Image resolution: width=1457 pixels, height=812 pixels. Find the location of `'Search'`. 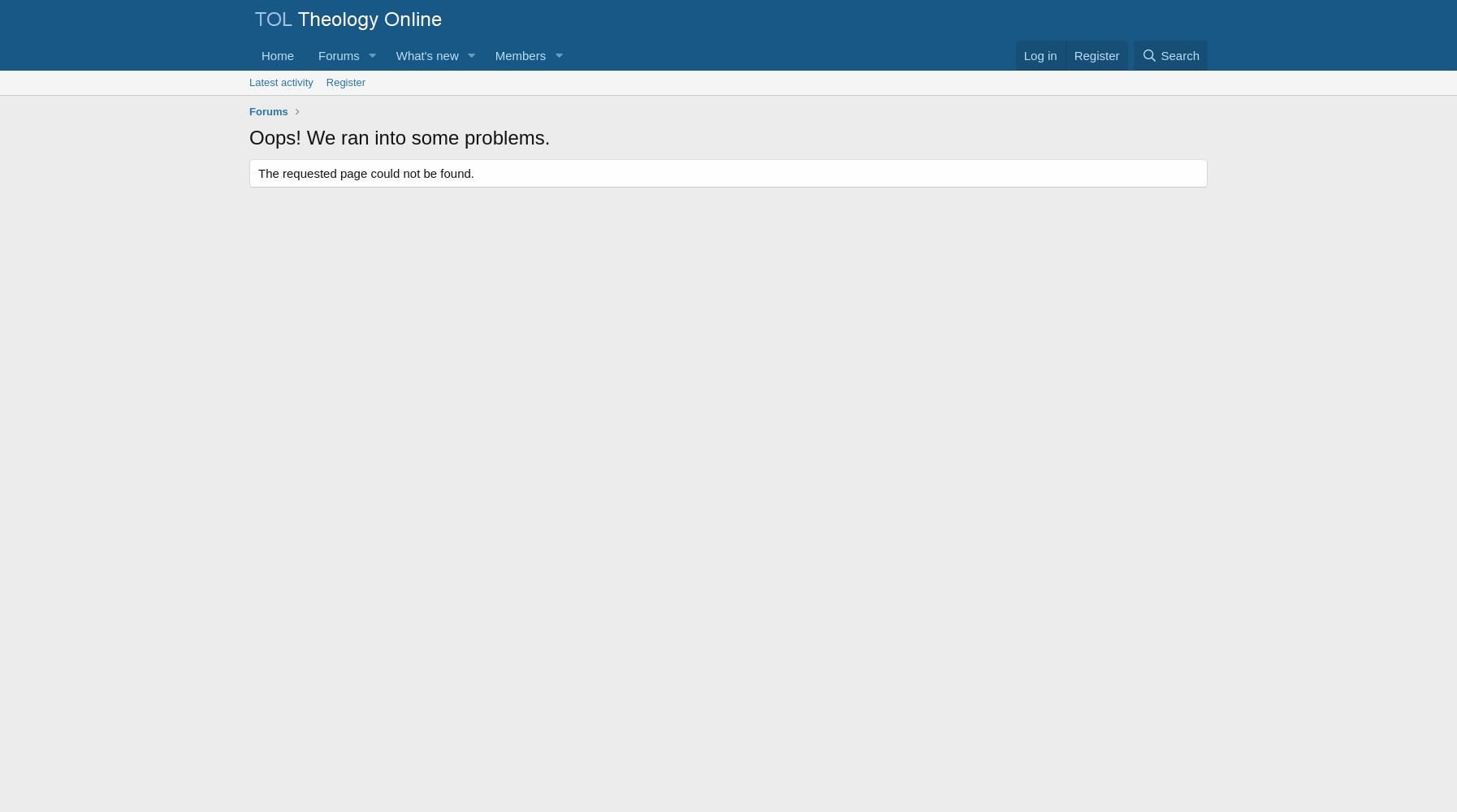

'Search' is located at coordinates (1179, 54).